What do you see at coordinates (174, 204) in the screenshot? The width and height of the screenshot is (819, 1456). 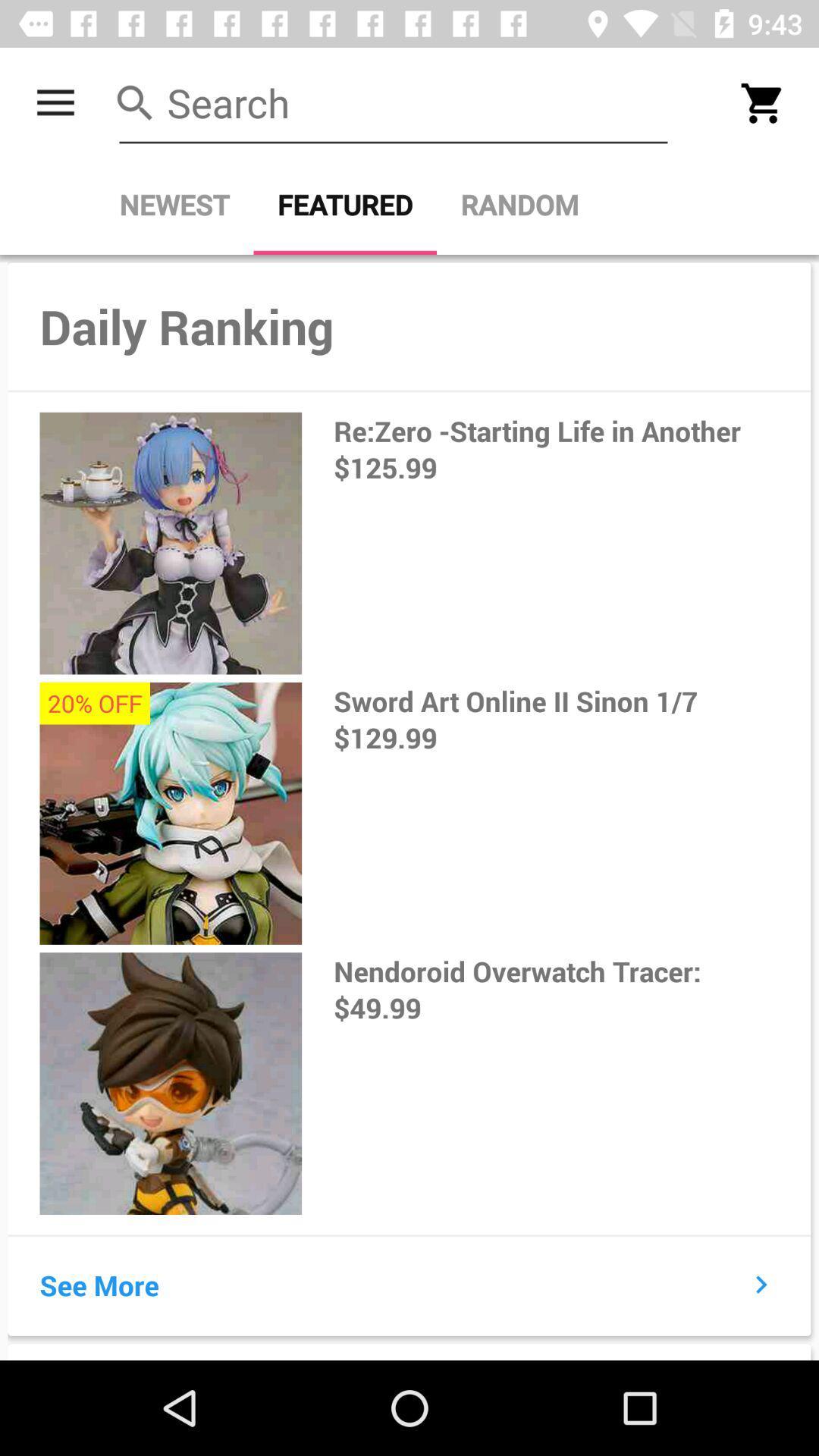 I see `newest item` at bounding box center [174, 204].